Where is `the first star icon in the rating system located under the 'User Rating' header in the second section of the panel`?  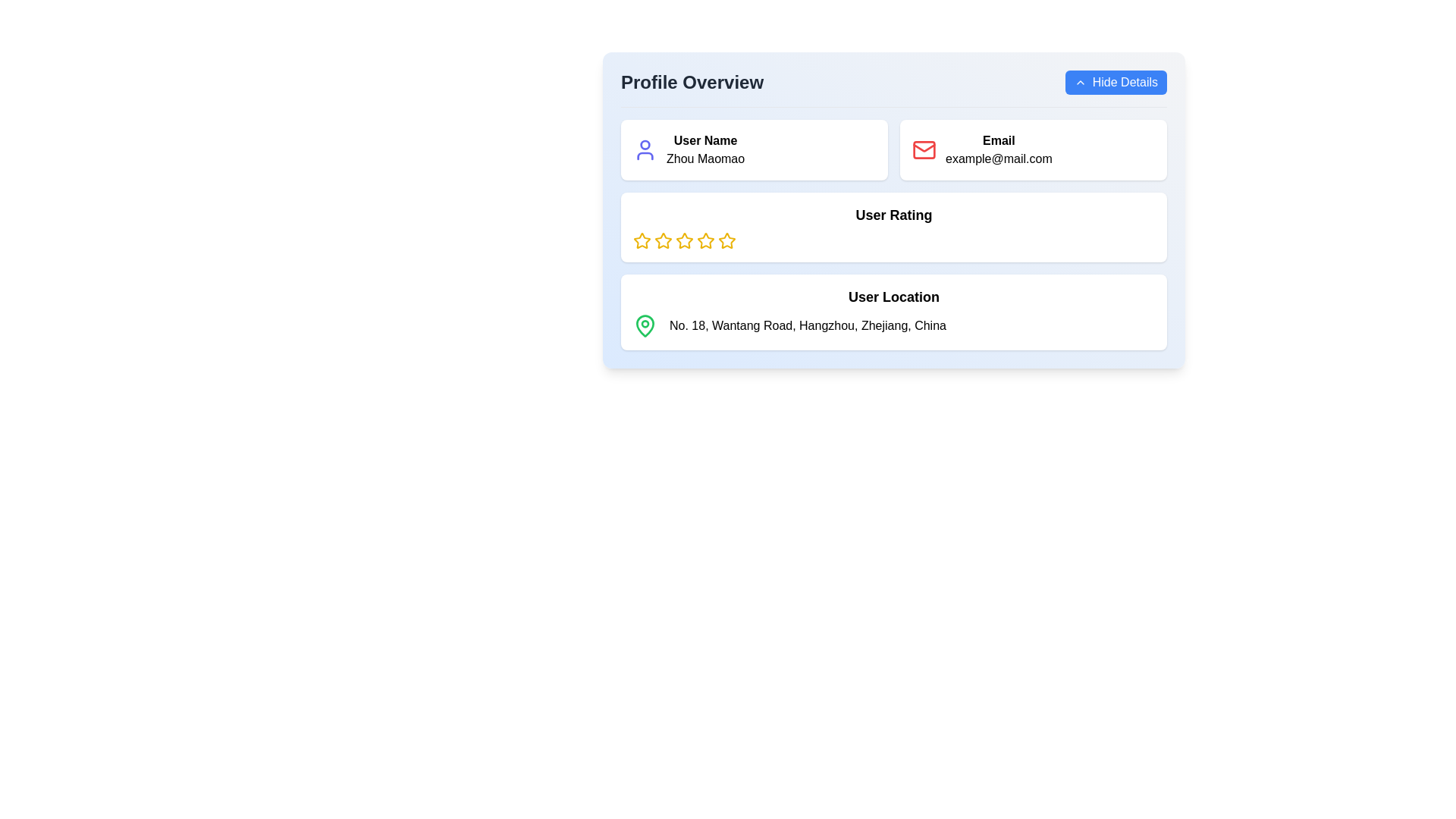 the first star icon in the rating system located under the 'User Rating' header in the second section of the panel is located at coordinates (642, 240).